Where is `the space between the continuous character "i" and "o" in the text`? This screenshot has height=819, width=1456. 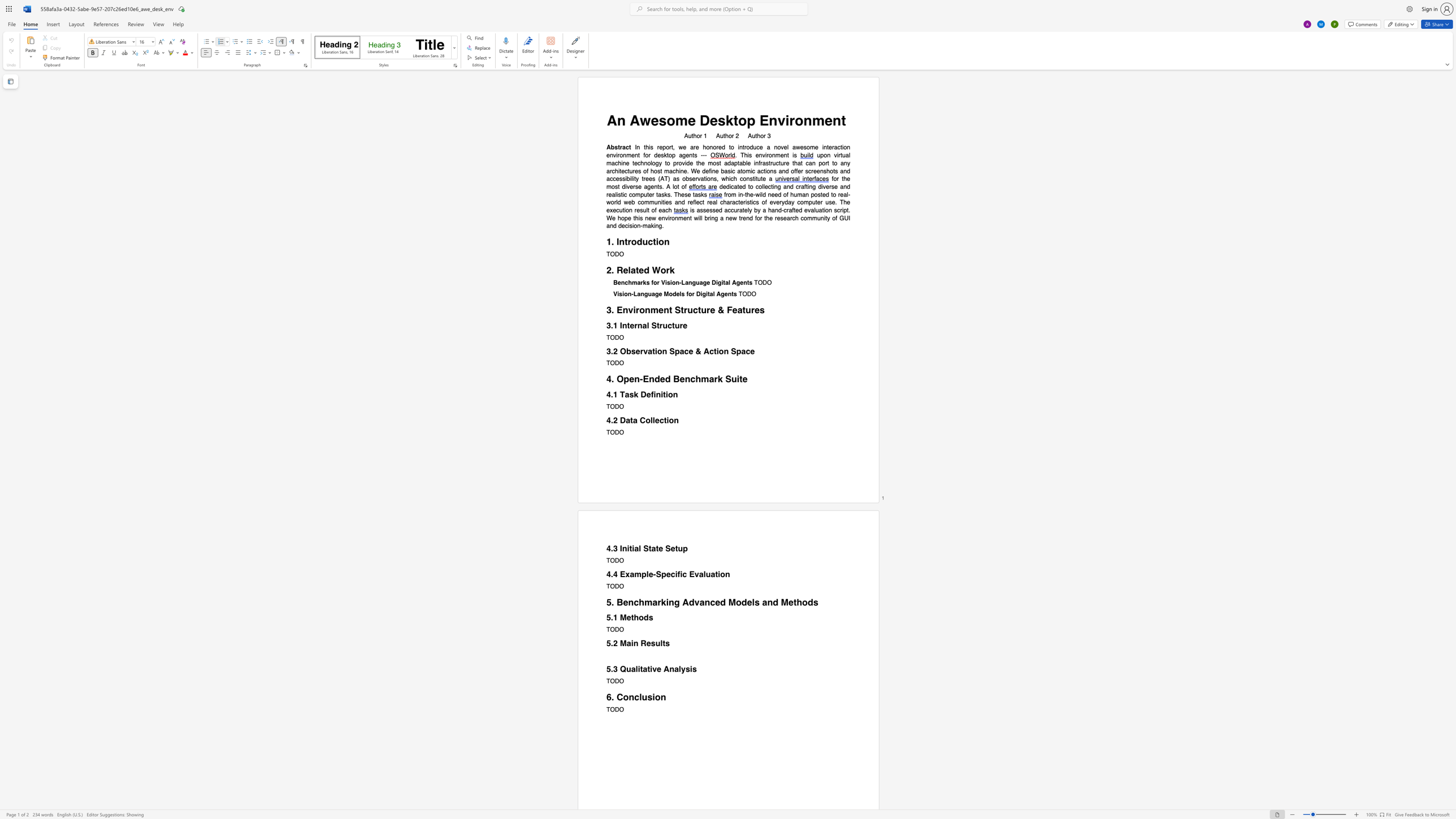
the space between the continuous character "i" and "o" in the text is located at coordinates (721, 574).